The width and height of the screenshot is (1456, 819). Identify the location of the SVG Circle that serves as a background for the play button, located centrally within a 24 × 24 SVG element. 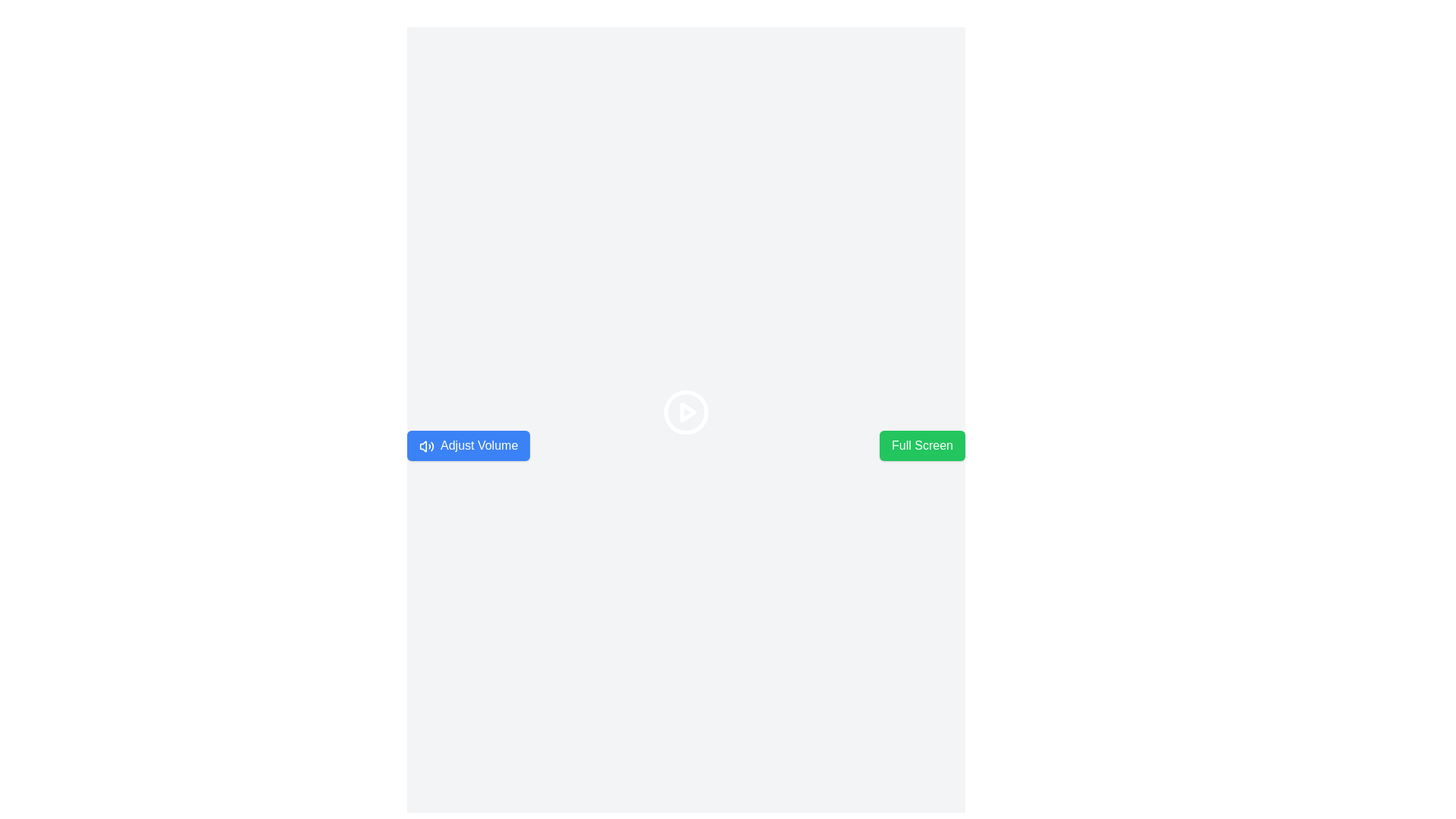
(686, 412).